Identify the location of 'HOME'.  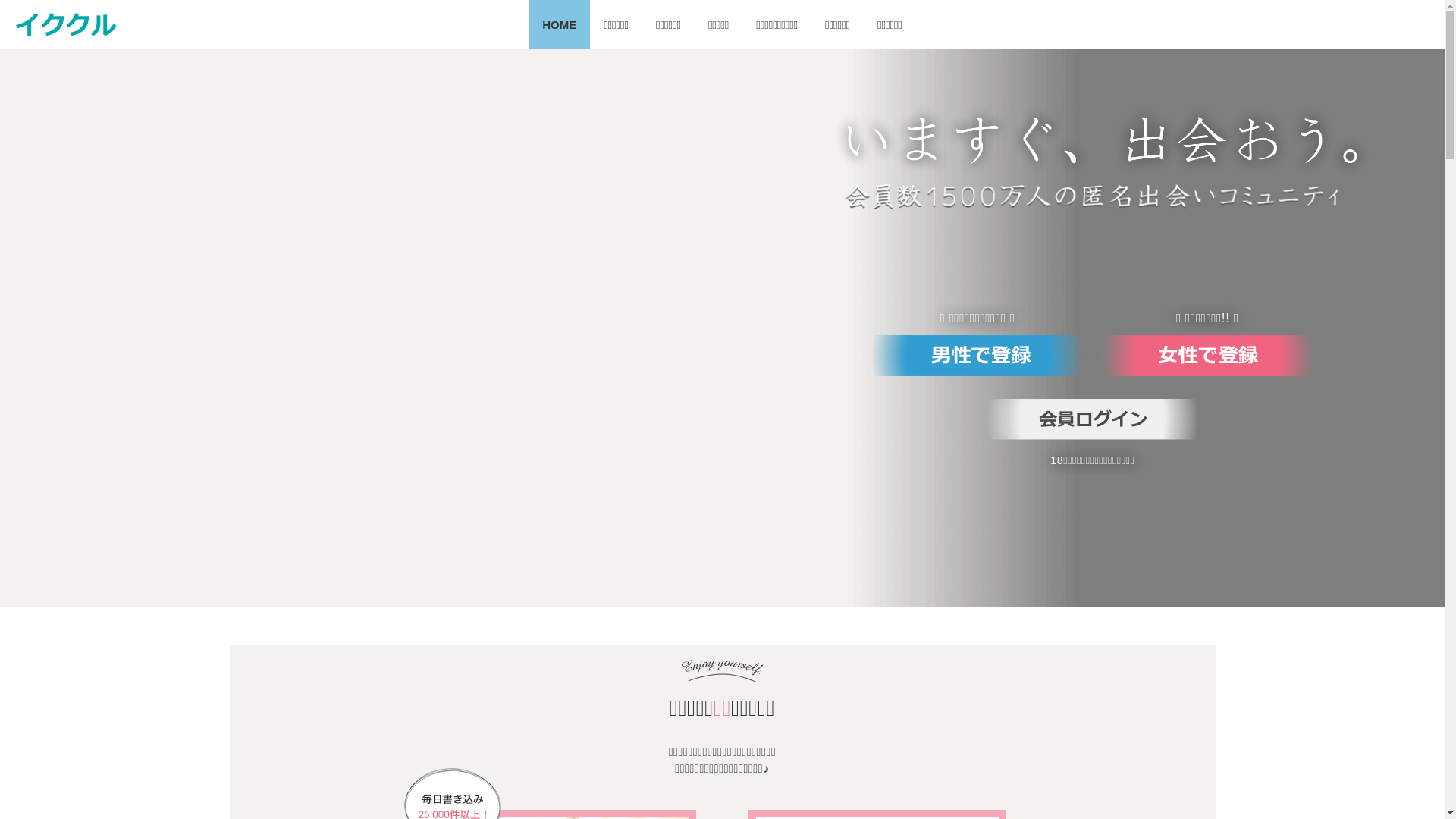
(558, 24).